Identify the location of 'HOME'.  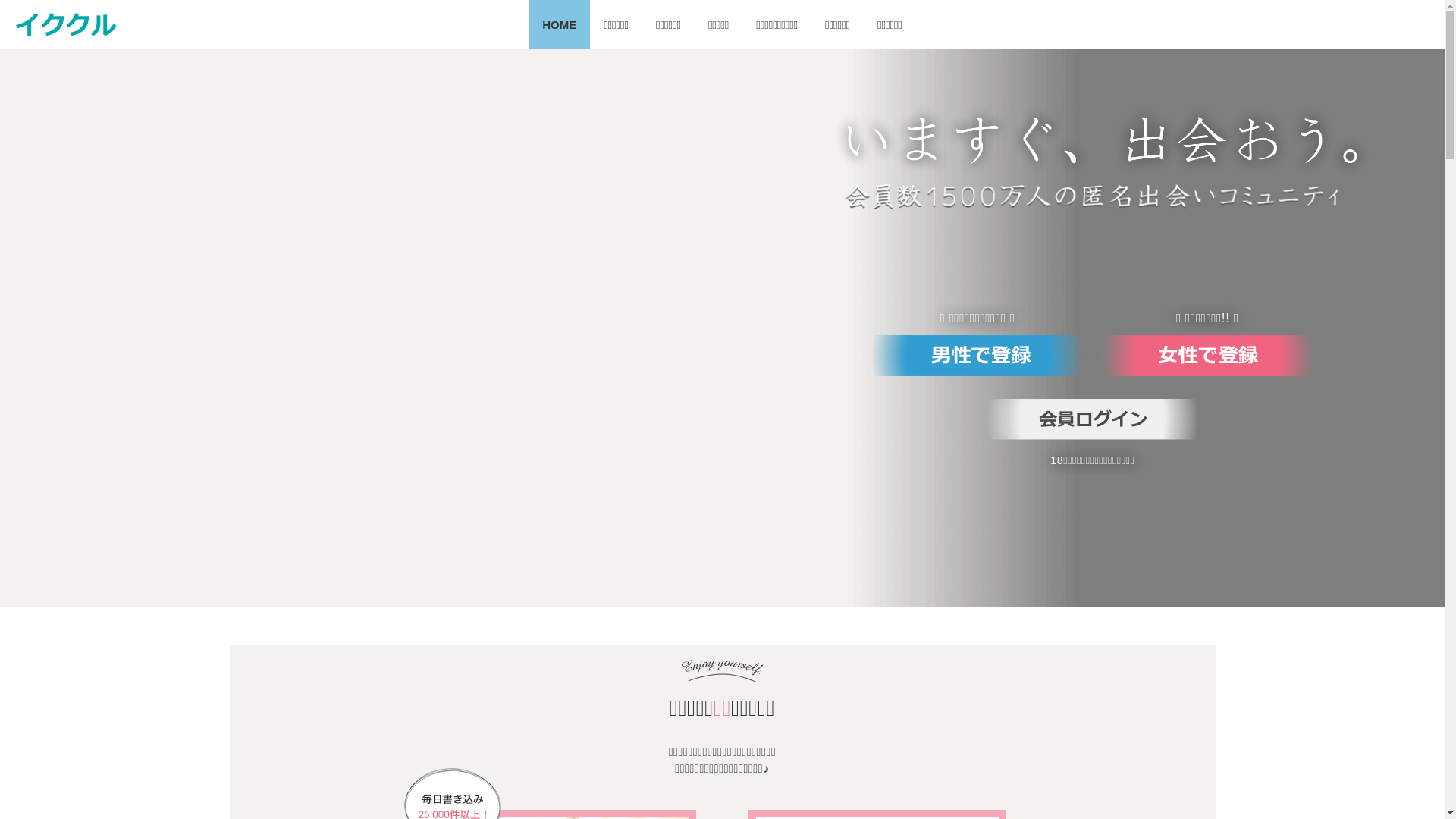
(558, 24).